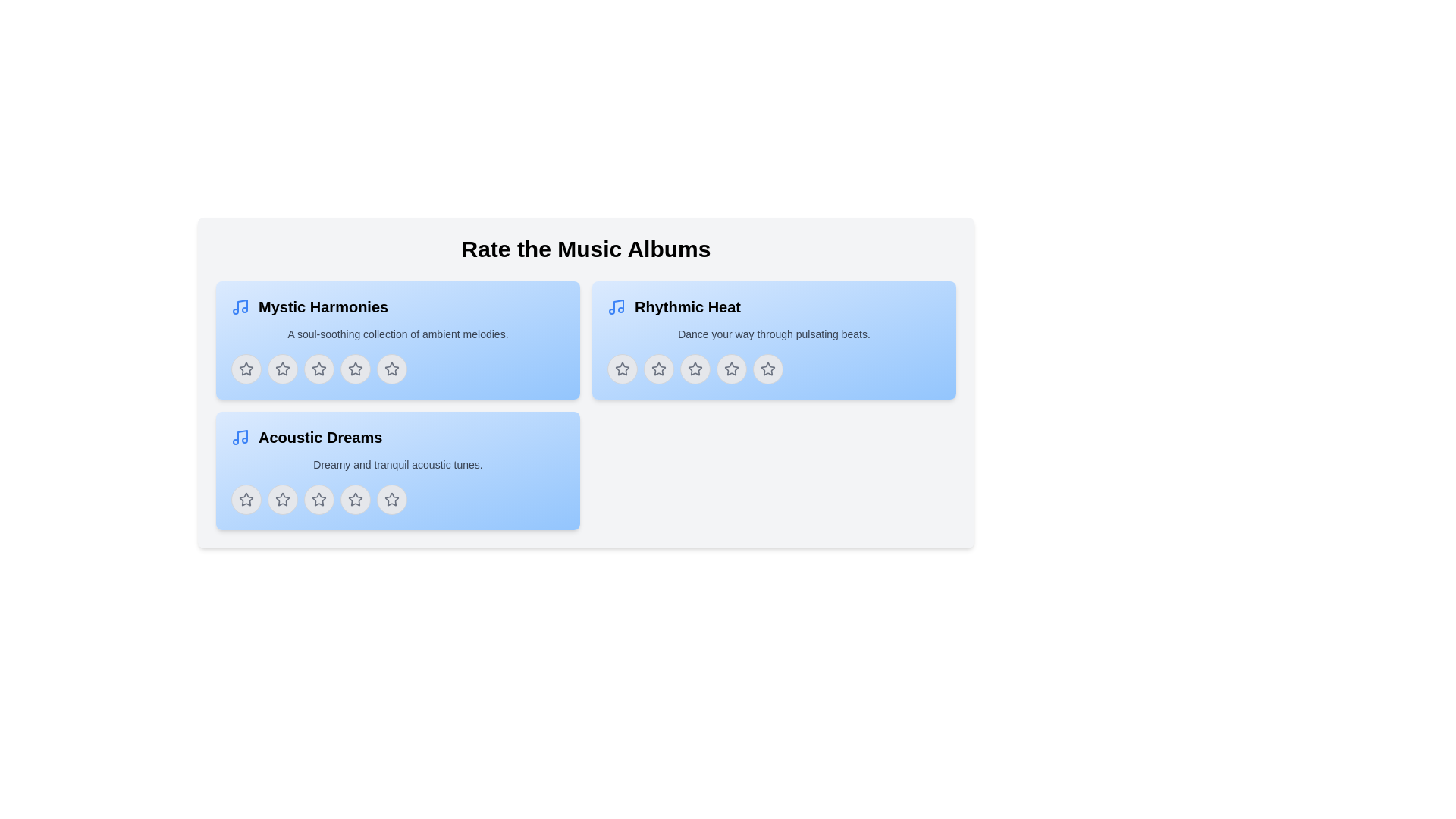  I want to click on the fourth star icon in the rating system of the 'Mystic Harmonies' card, so click(355, 369).